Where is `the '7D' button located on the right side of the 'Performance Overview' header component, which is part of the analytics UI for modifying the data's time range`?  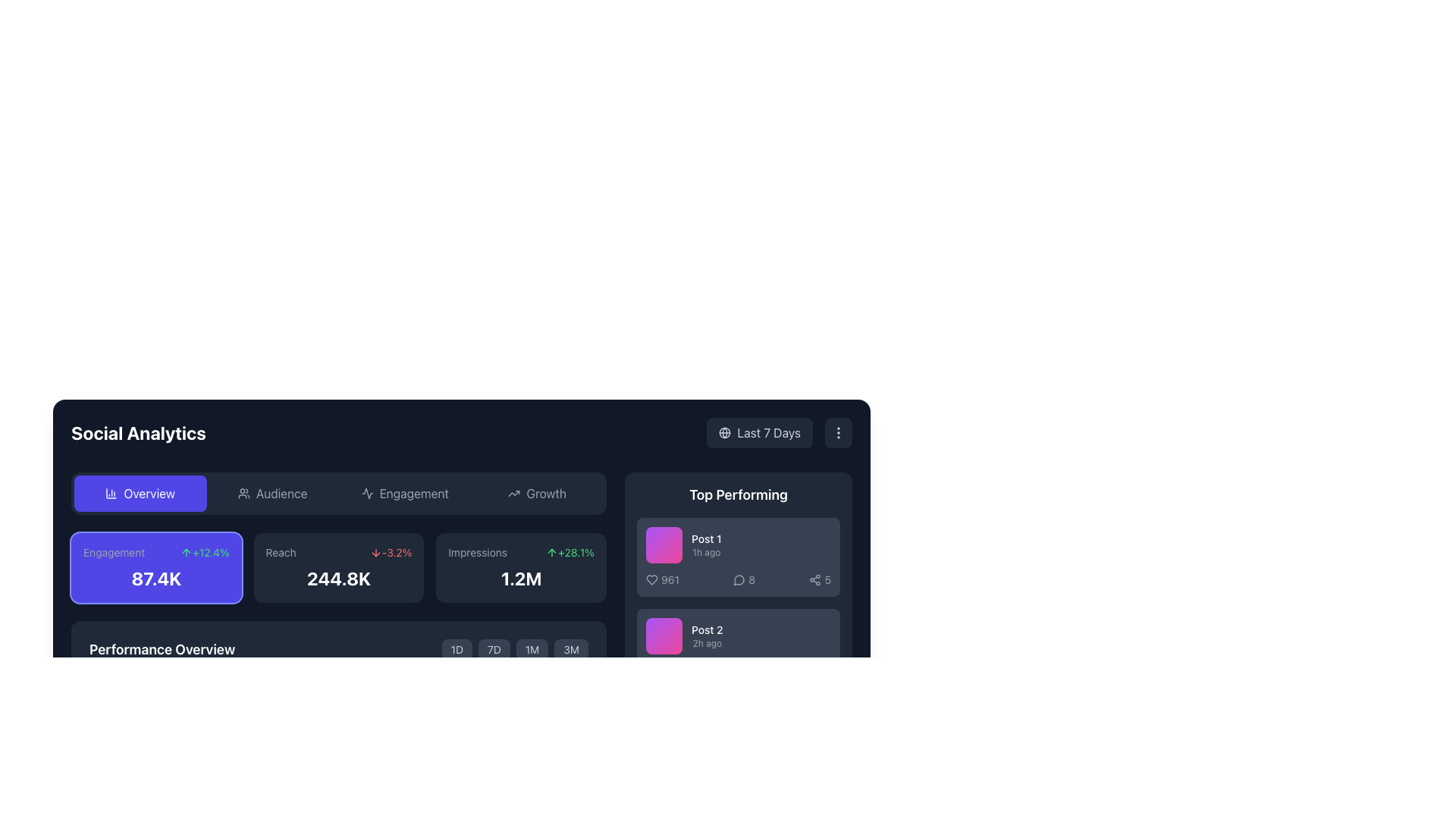
the '7D' button located on the right side of the 'Performance Overview' header component, which is part of the analytics UI for modifying the data's time range is located at coordinates (337, 648).